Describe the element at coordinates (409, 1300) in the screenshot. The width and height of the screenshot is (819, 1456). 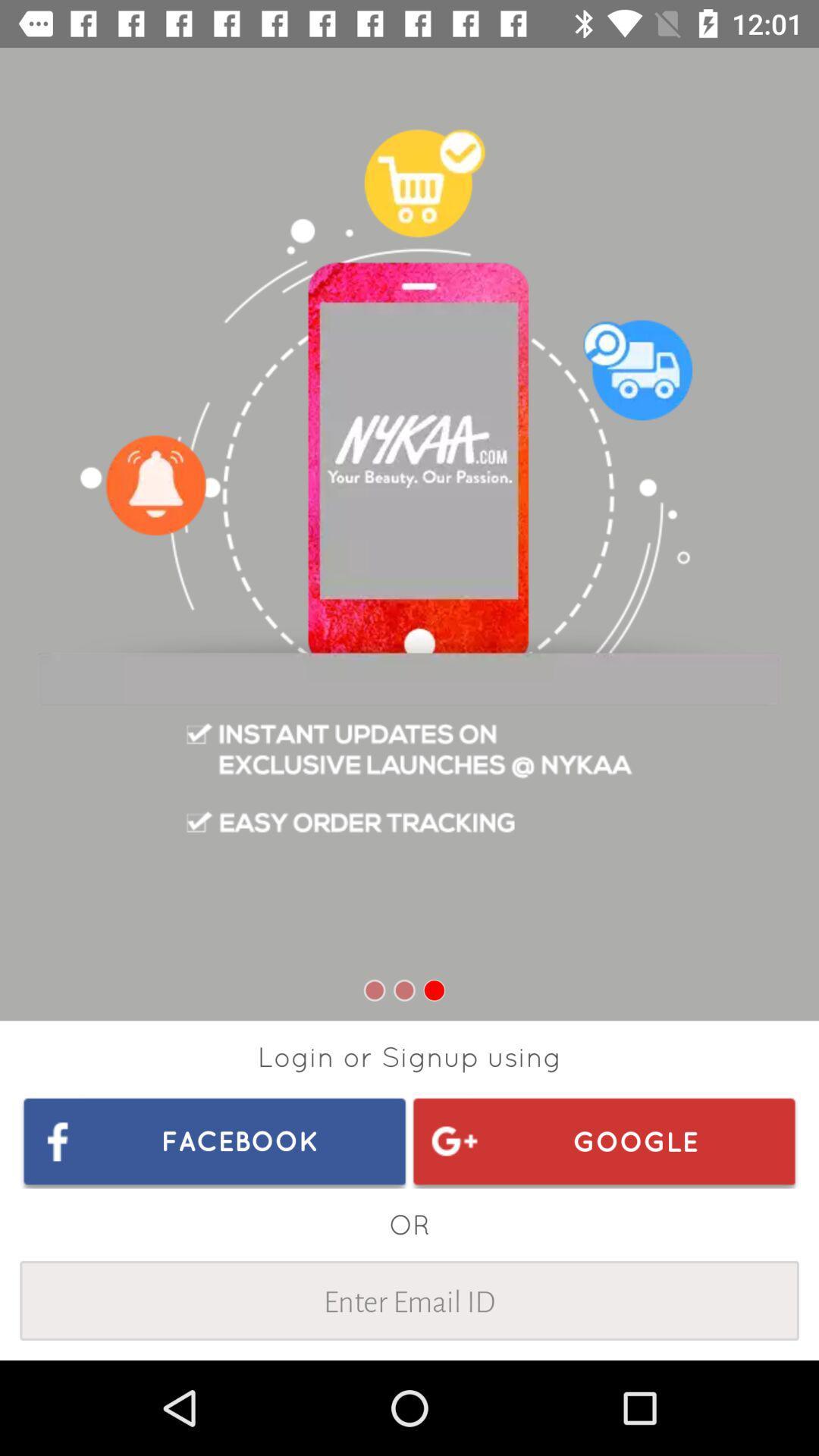
I see `enter email id` at that location.